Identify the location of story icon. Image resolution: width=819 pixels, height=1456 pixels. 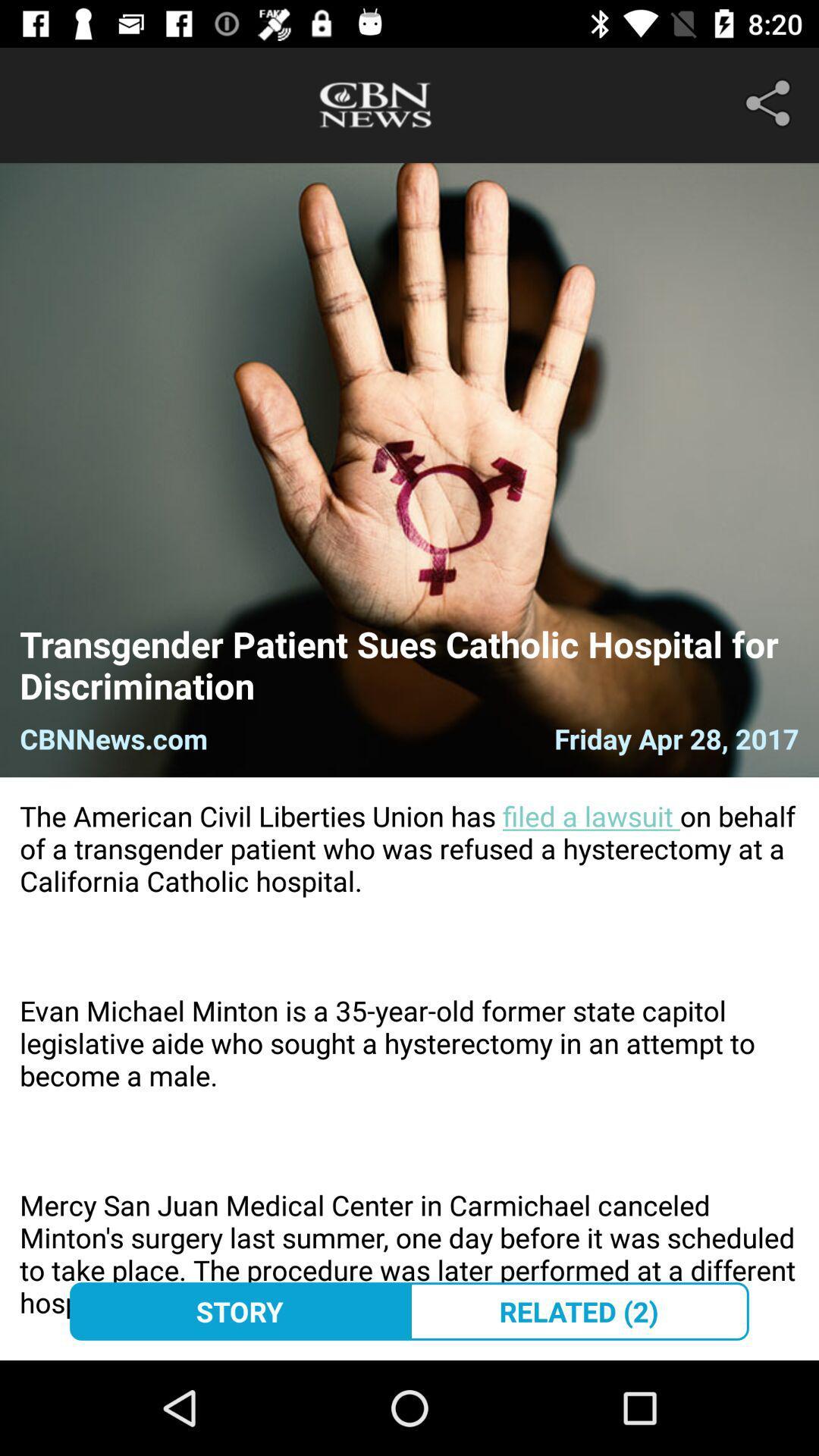
(239, 1310).